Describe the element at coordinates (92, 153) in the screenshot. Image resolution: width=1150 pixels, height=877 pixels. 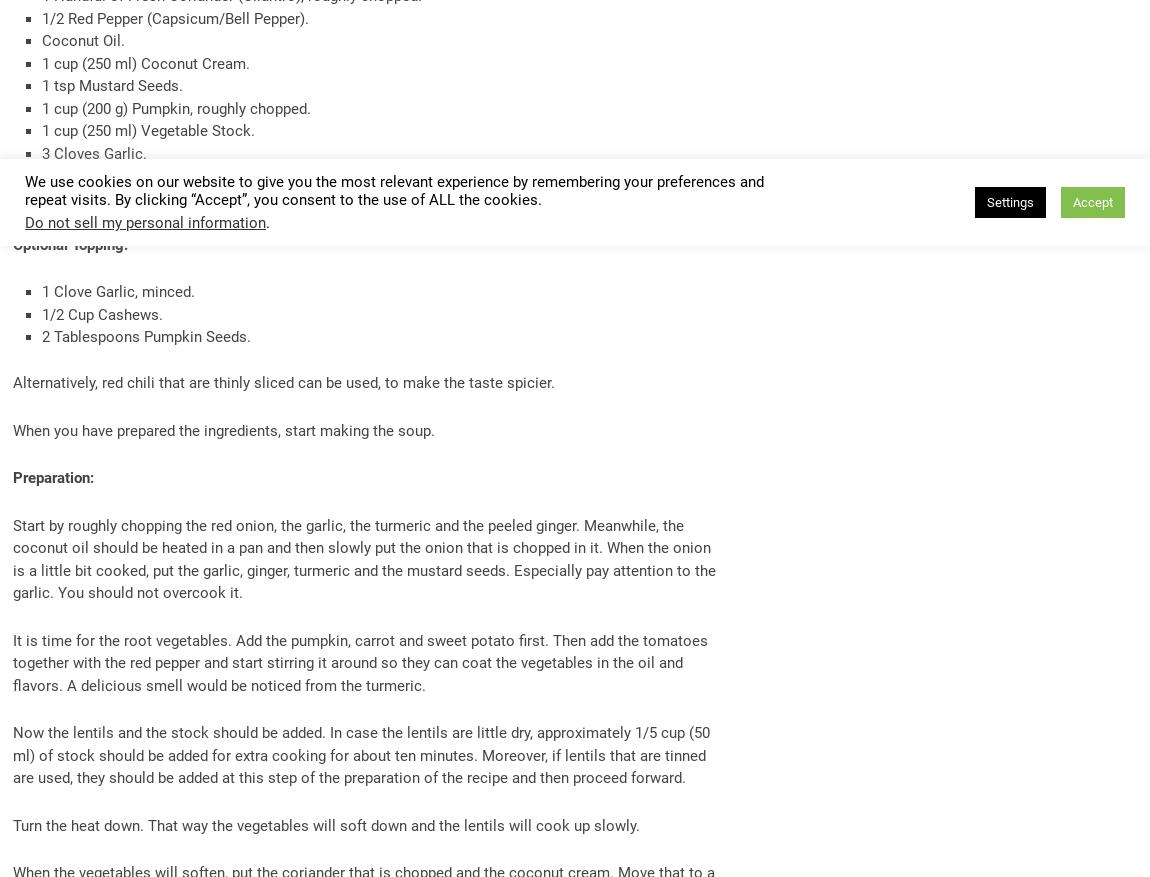
I see `'3 Cloves Garlic.'` at that location.